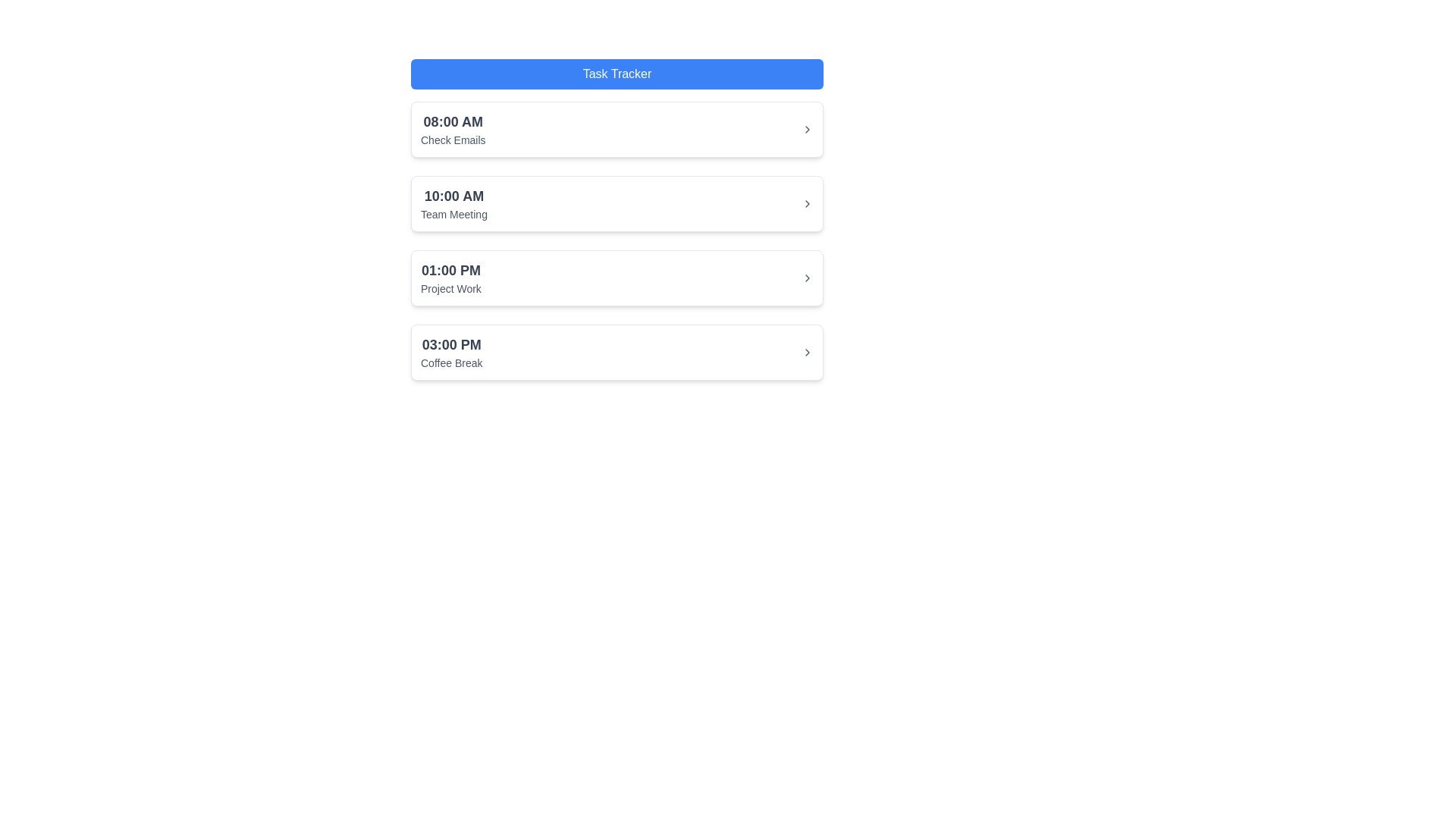 This screenshot has width=1456, height=819. I want to click on the Informational Block displaying '01:00 PM' and 'Project Work', which is positioned third in the schedule list between '10:00 AM Team Meeting' and '03:00 PM Coffee Break', so click(450, 278).